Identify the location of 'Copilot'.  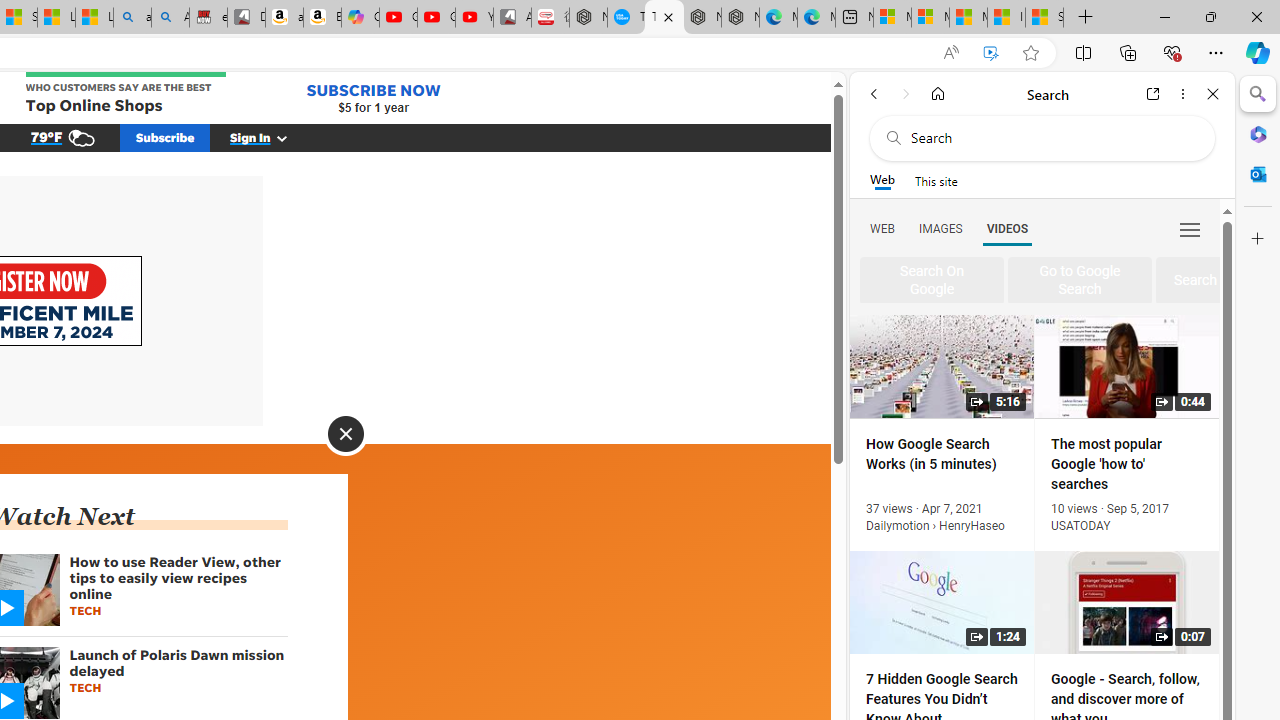
(360, 17).